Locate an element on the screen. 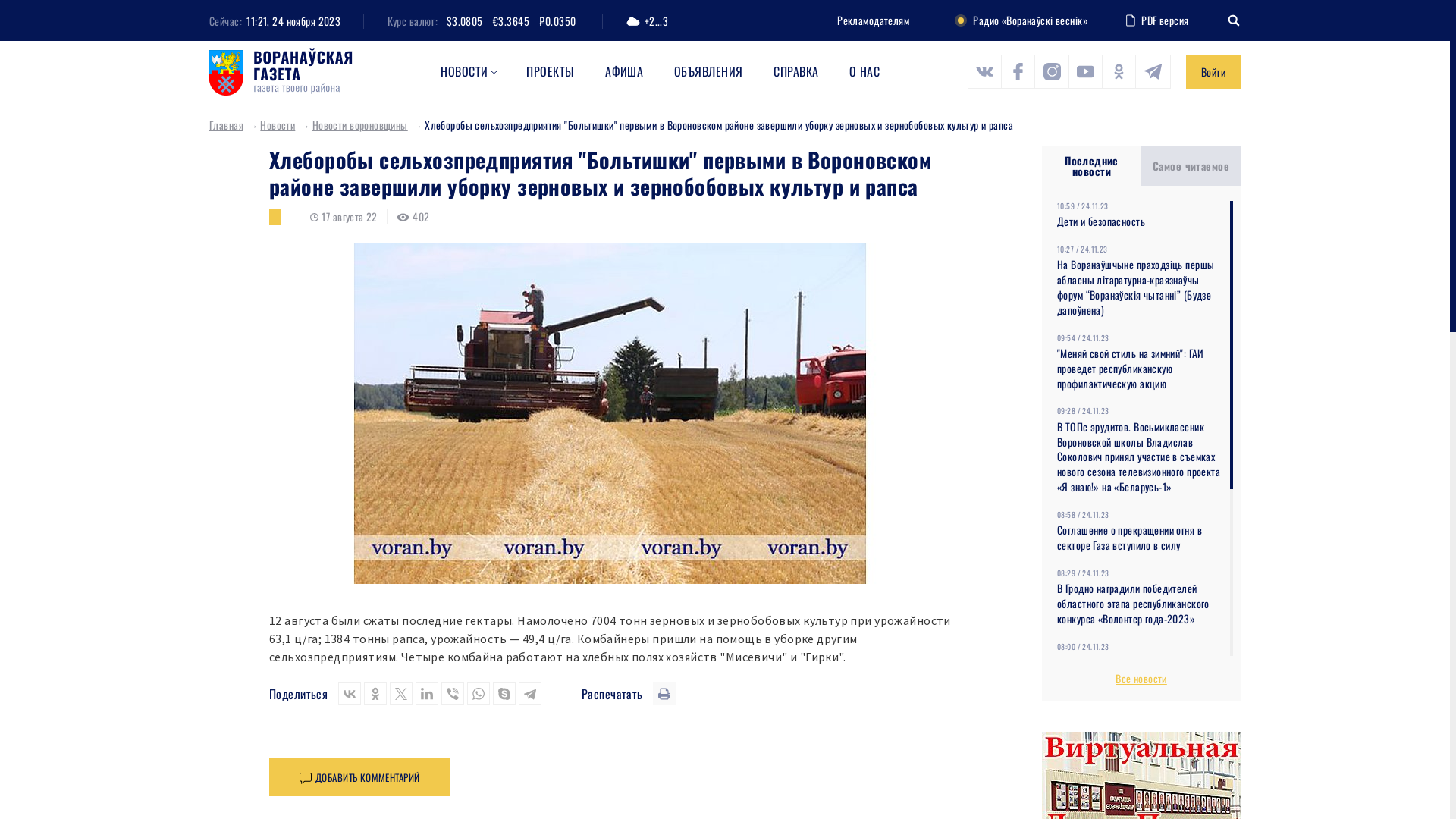 This screenshot has height=819, width=1456. 'Twitter' is located at coordinates (400, 693).